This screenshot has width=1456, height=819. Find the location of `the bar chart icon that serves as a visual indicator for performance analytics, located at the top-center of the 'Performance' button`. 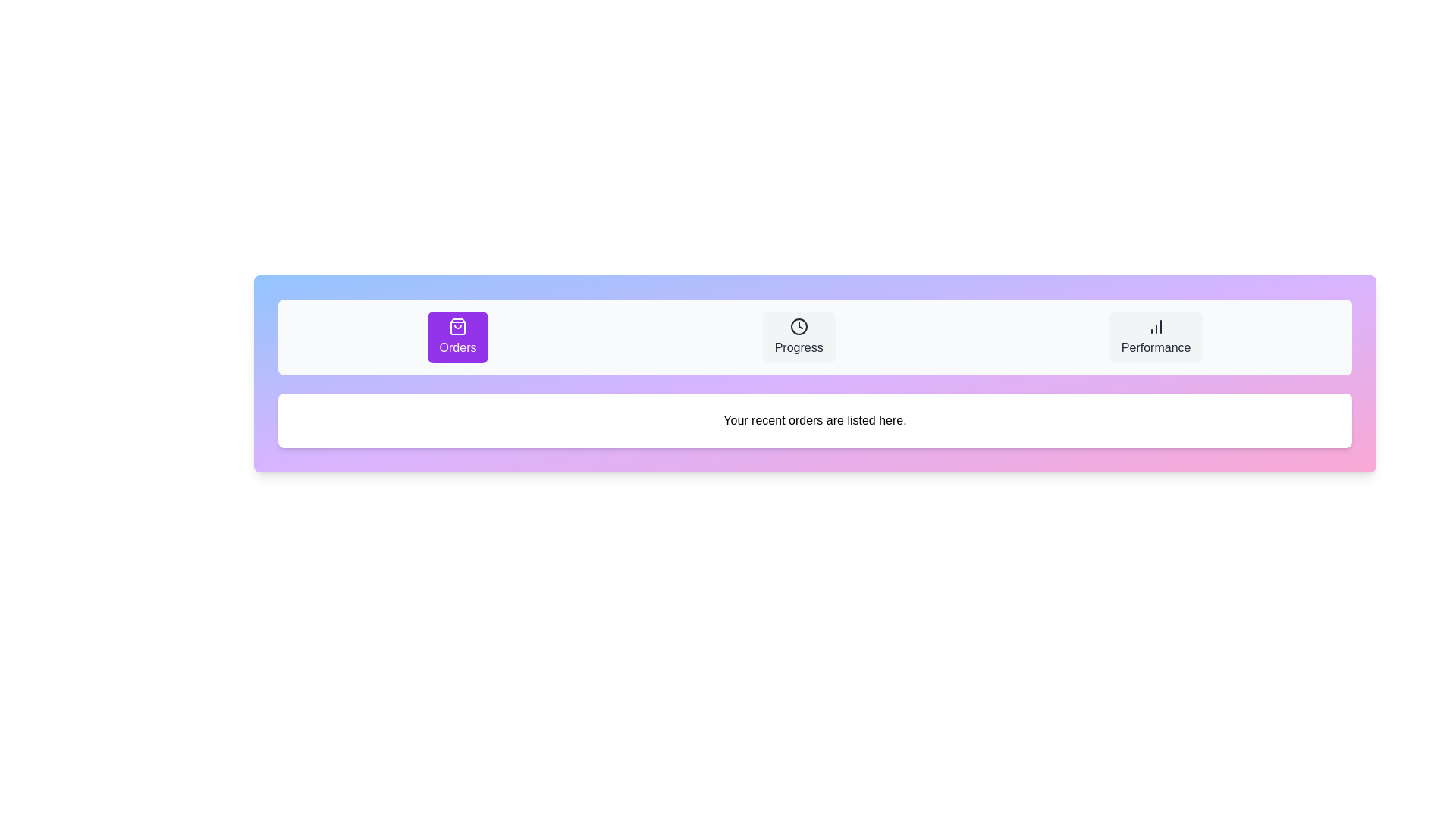

the bar chart icon that serves as a visual indicator for performance analytics, located at the top-center of the 'Performance' button is located at coordinates (1155, 326).